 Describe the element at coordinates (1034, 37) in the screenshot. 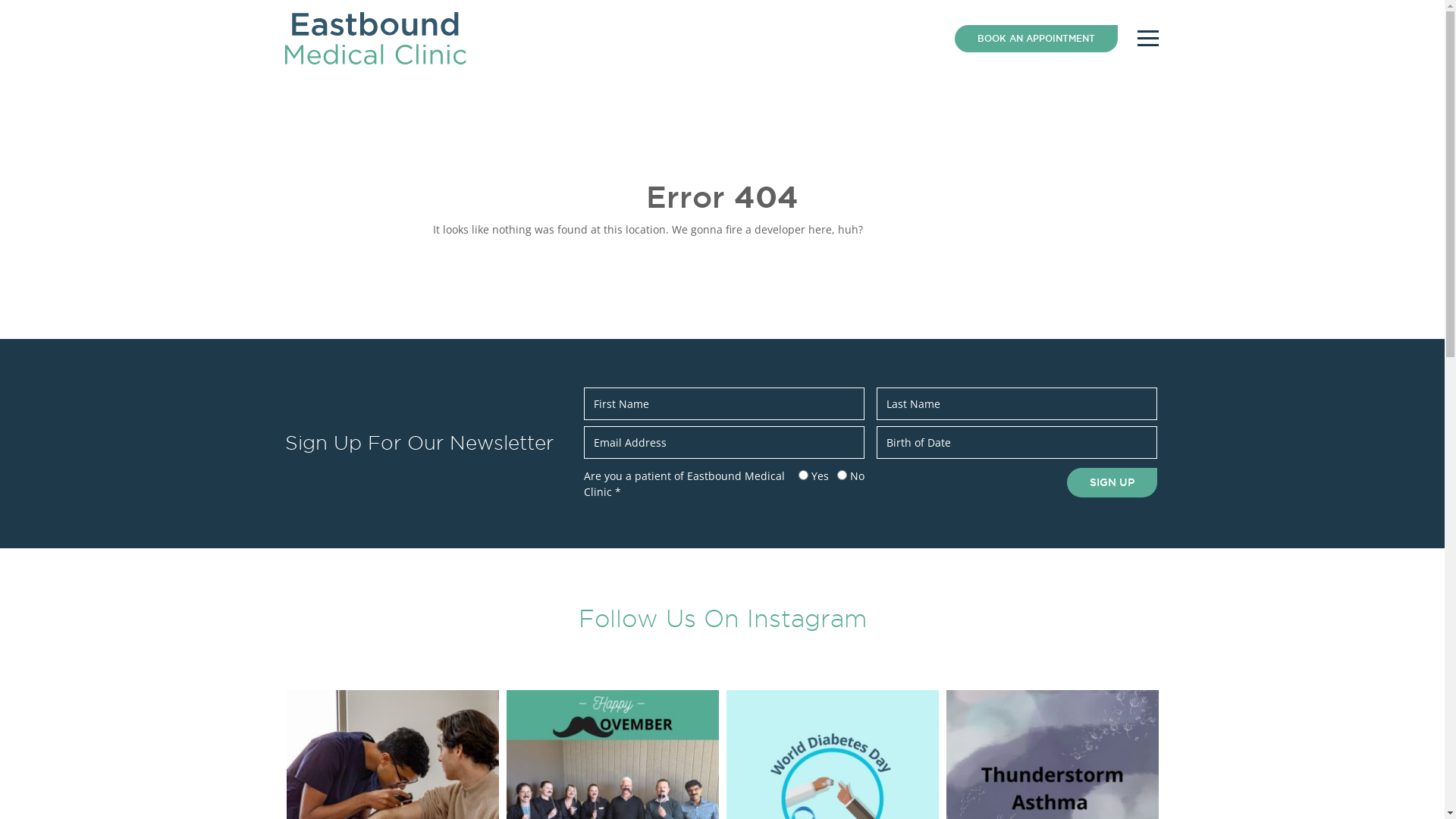

I see `'BOOK AN APPOINTMENT'` at that location.